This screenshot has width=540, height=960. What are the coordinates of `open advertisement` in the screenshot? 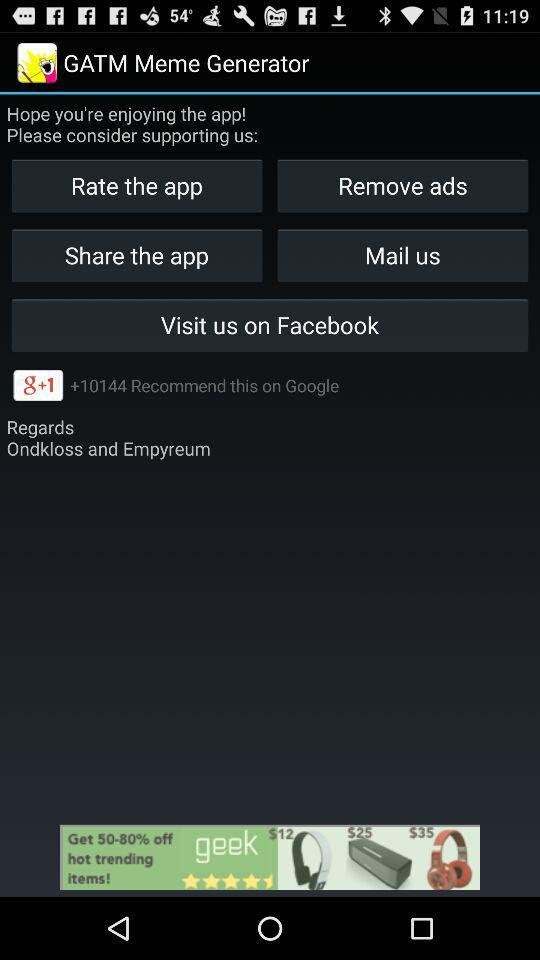 It's located at (270, 856).